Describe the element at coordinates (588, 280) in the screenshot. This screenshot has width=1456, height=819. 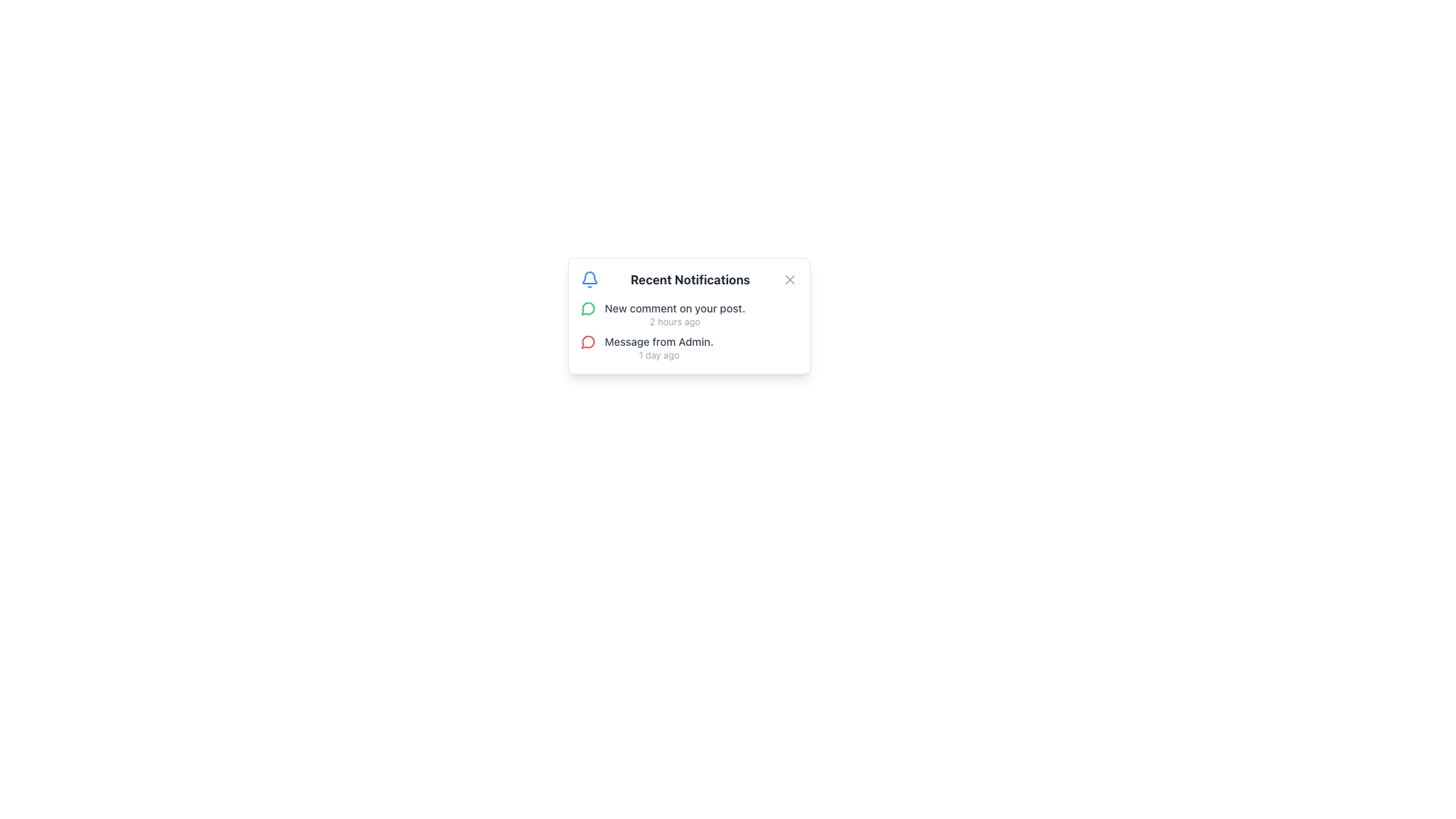
I see `the bell icon representing notifications, which is located to the left of the title text 'Recent Notifications'` at that location.